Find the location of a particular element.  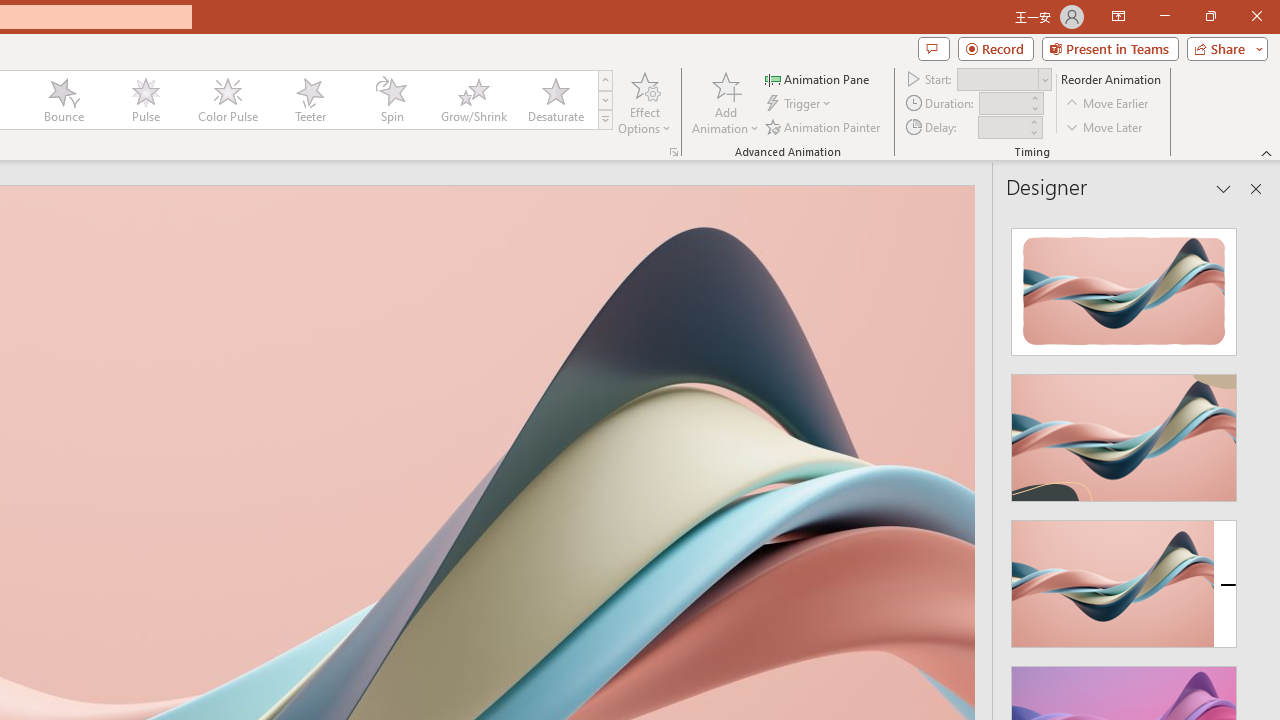

'Pulse' is located at coordinates (144, 100).